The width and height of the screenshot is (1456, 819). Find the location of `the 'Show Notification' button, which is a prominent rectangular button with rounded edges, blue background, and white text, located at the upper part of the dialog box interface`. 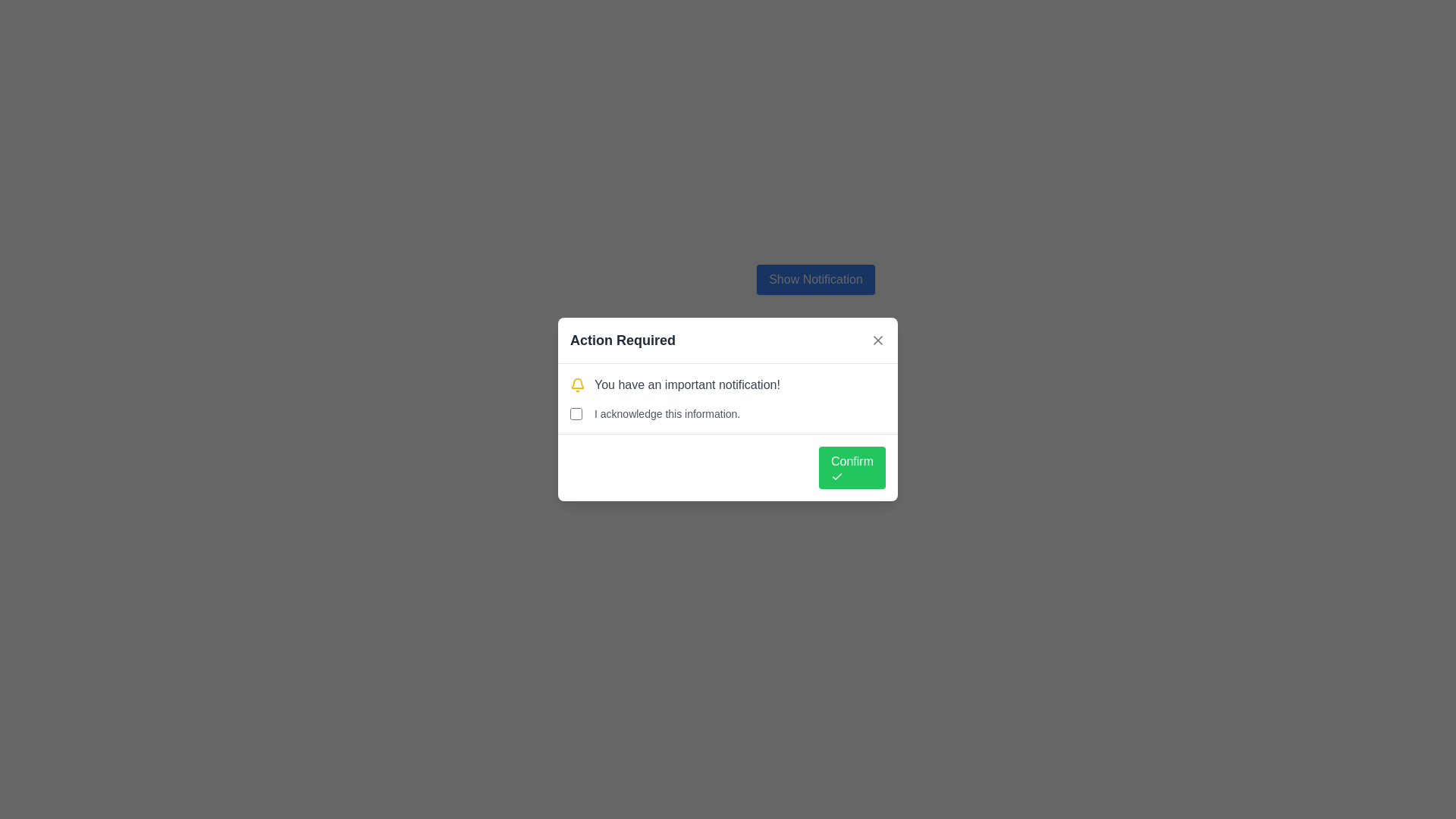

the 'Show Notification' button, which is a prominent rectangular button with rounded edges, blue background, and white text, located at the upper part of the dialog box interface is located at coordinates (814, 280).